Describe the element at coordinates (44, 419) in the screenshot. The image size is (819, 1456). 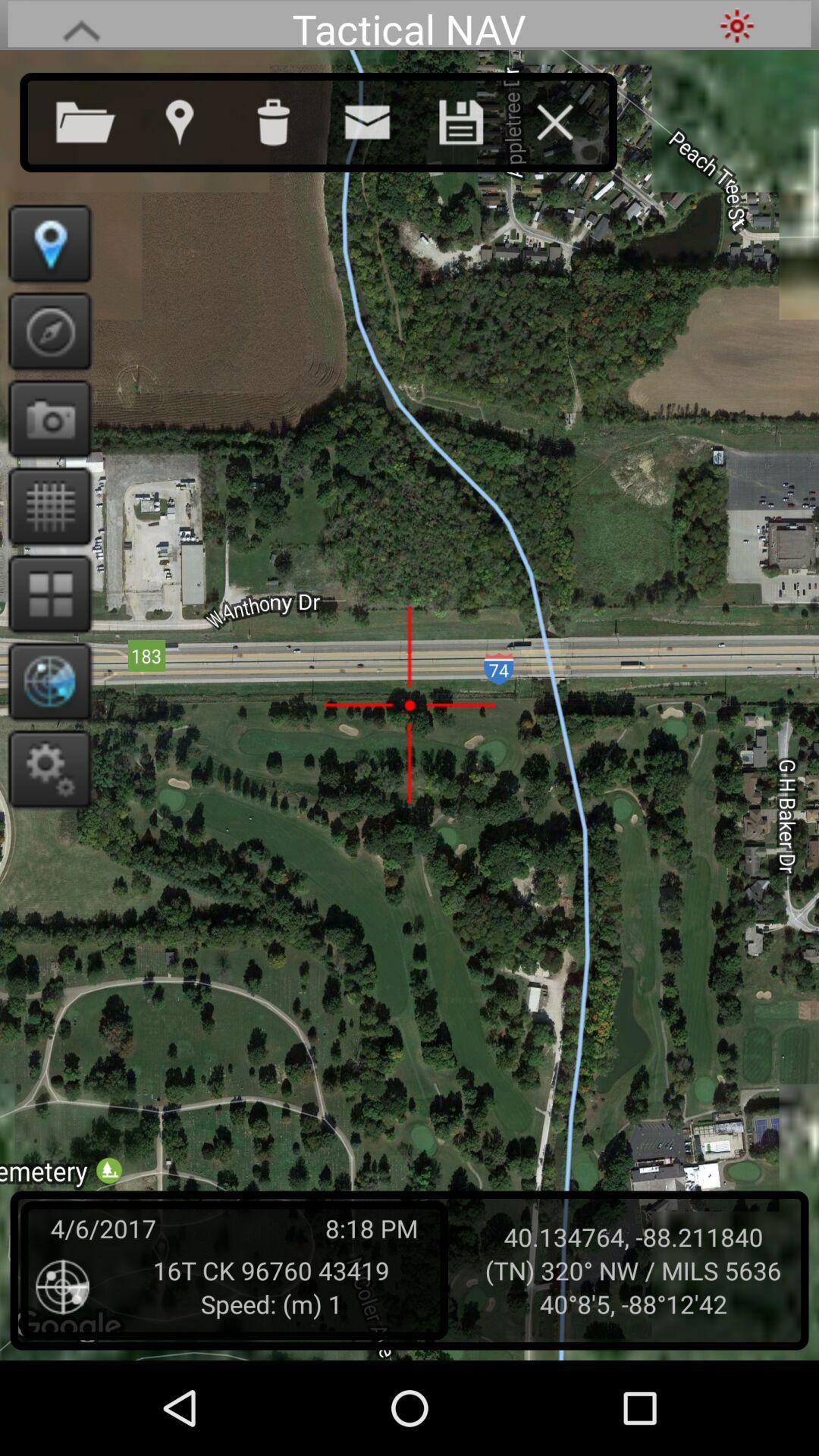
I see `click camera option` at that location.